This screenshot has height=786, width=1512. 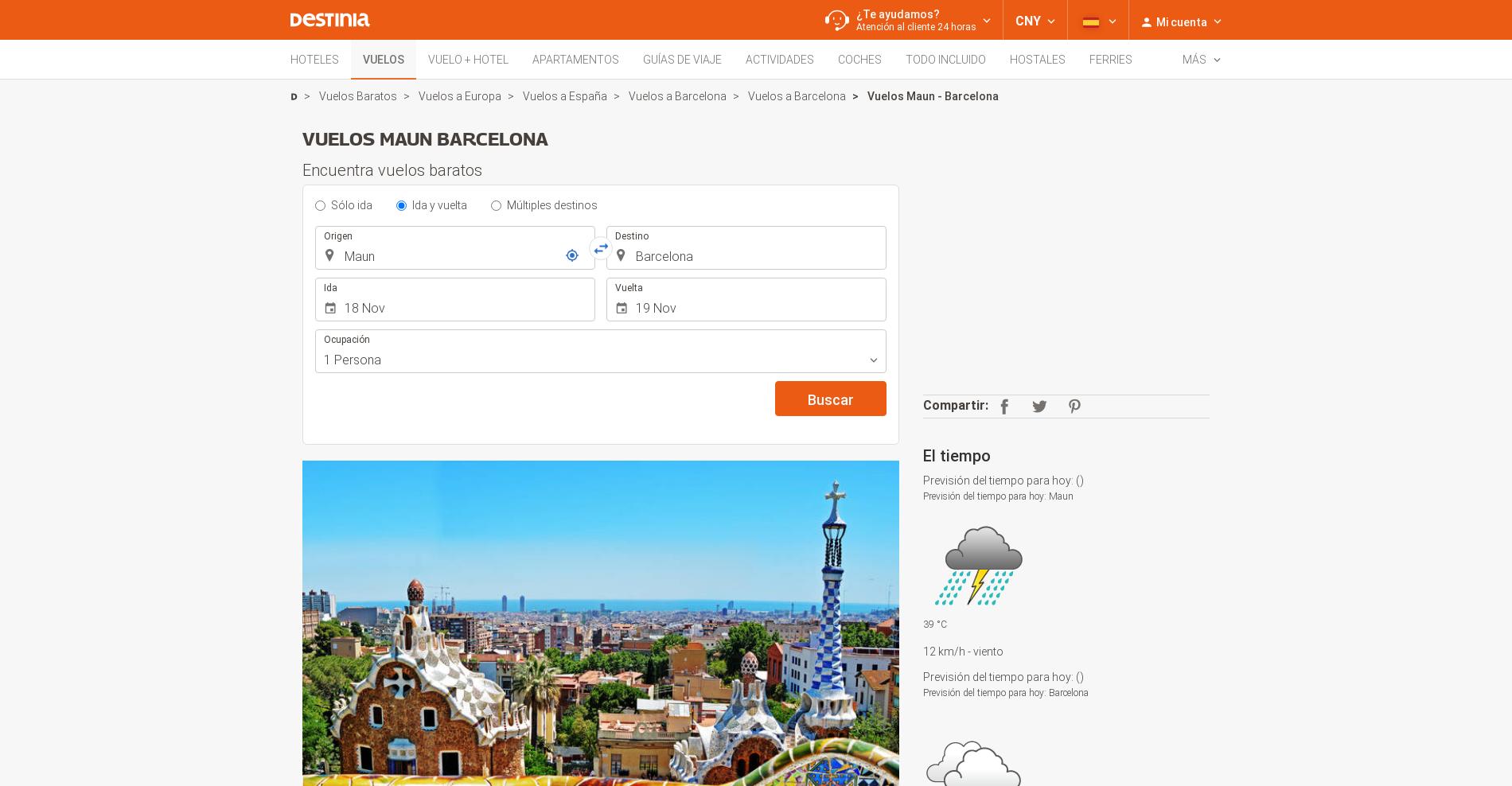 I want to click on 'Múltiples destinos', so click(x=552, y=204).